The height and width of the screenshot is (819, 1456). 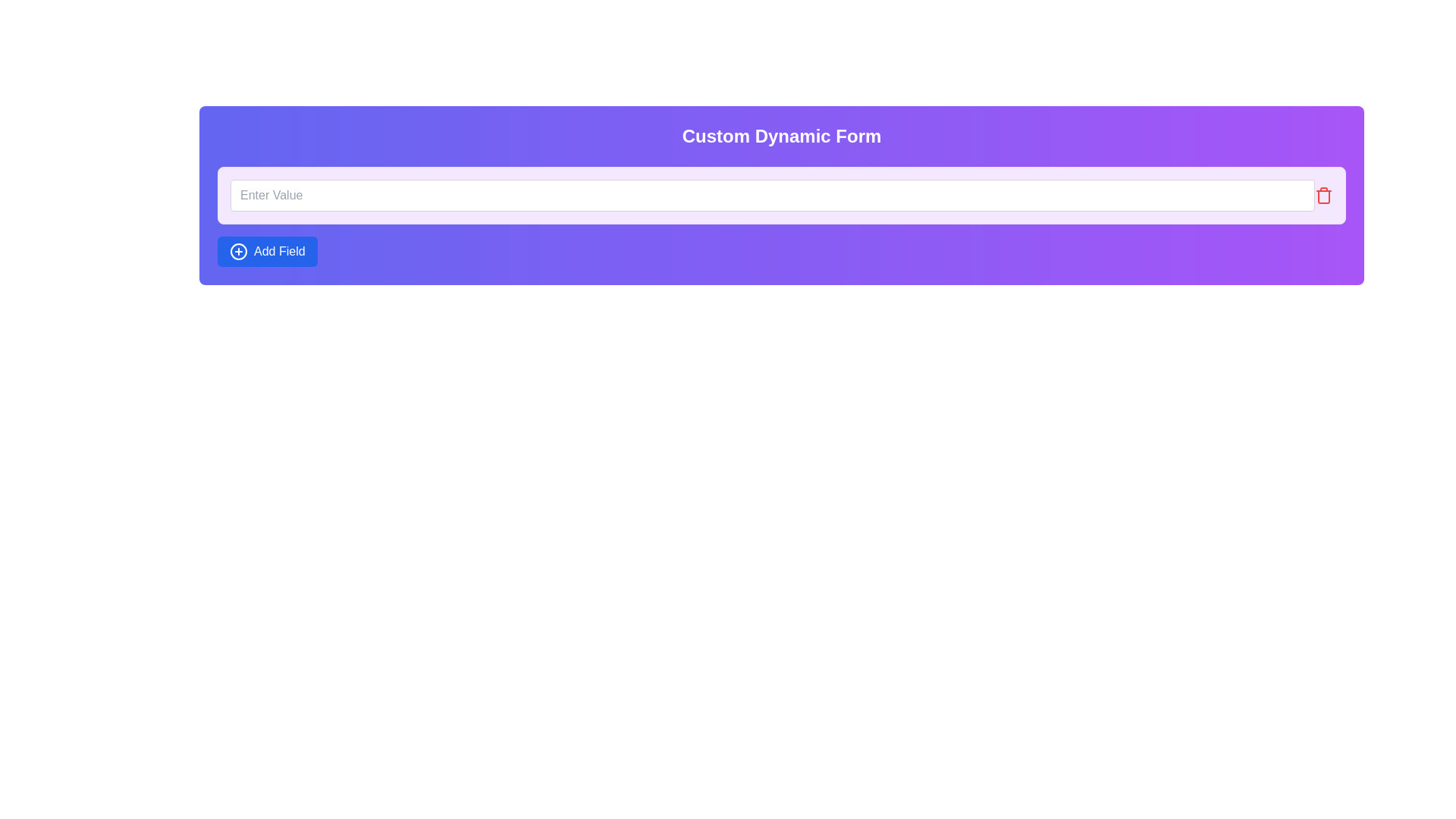 What do you see at coordinates (772, 195) in the screenshot?
I see `the text input field located within the 'Custom Dynamic Form' section by tabbing to it` at bounding box center [772, 195].